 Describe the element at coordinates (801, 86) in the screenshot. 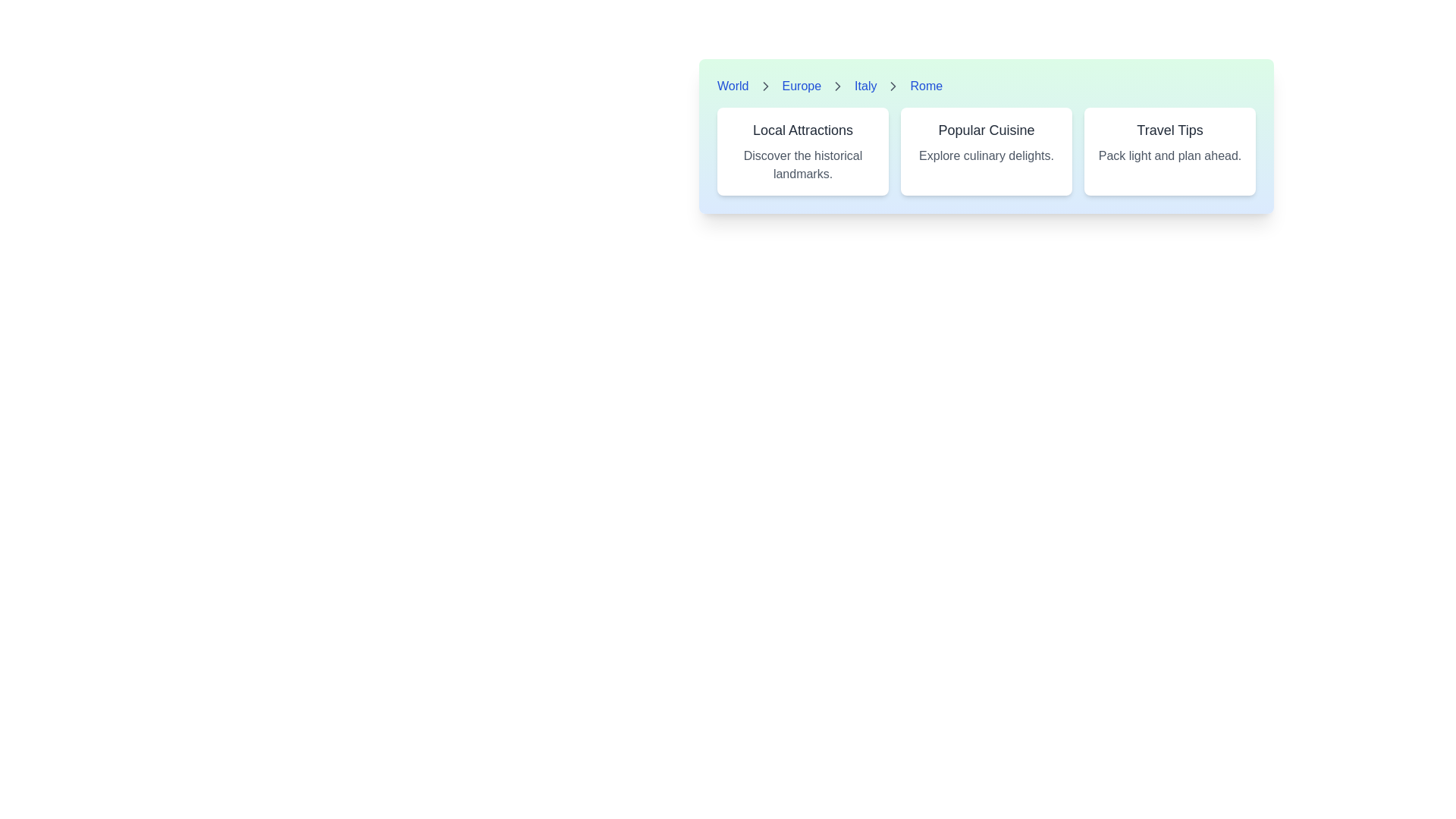

I see `the breadcrumb navigation link for 'Europe'` at that location.